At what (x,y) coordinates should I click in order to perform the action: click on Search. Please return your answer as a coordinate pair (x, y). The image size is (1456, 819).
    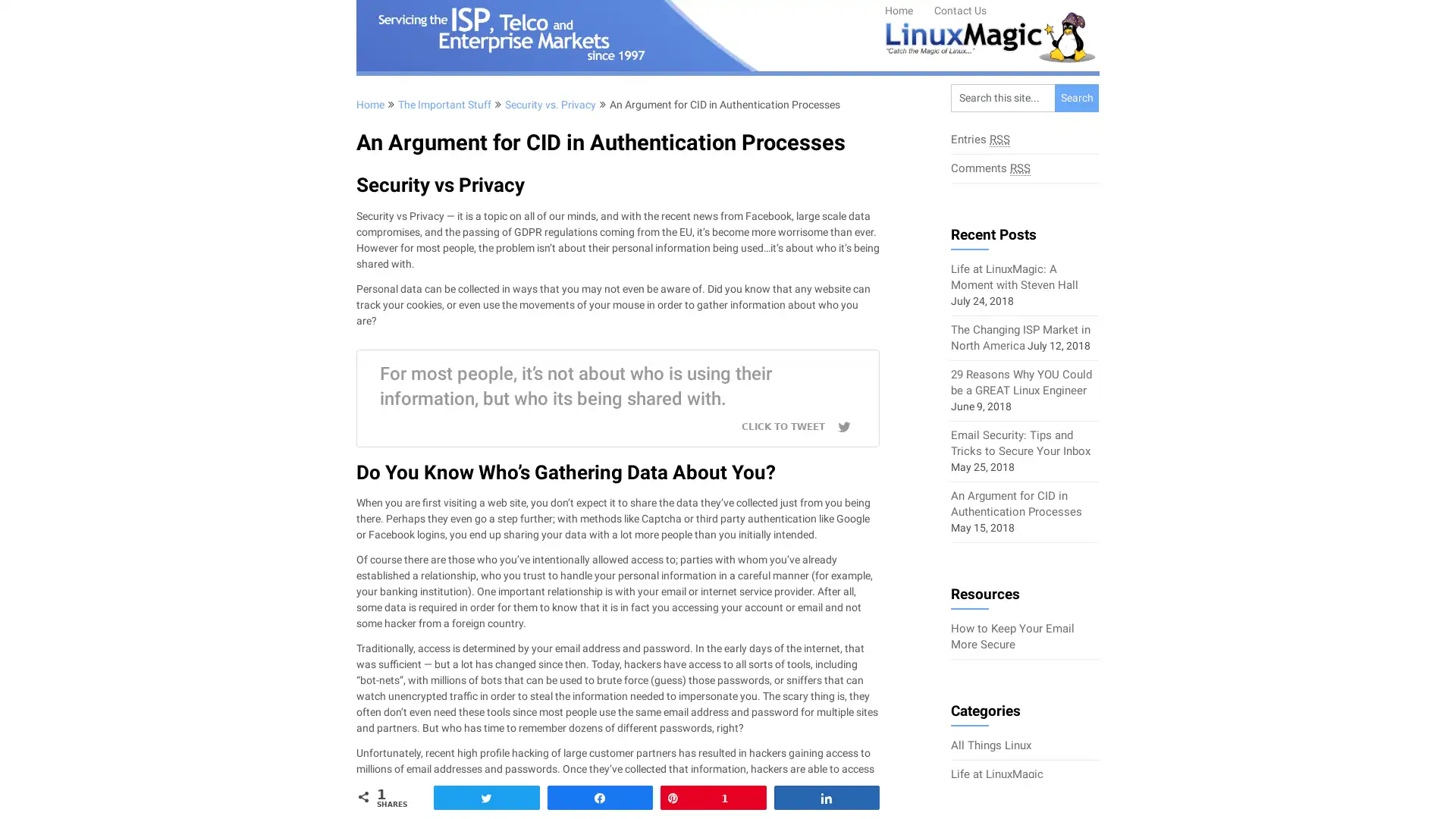
    Looking at the image, I should click on (1076, 97).